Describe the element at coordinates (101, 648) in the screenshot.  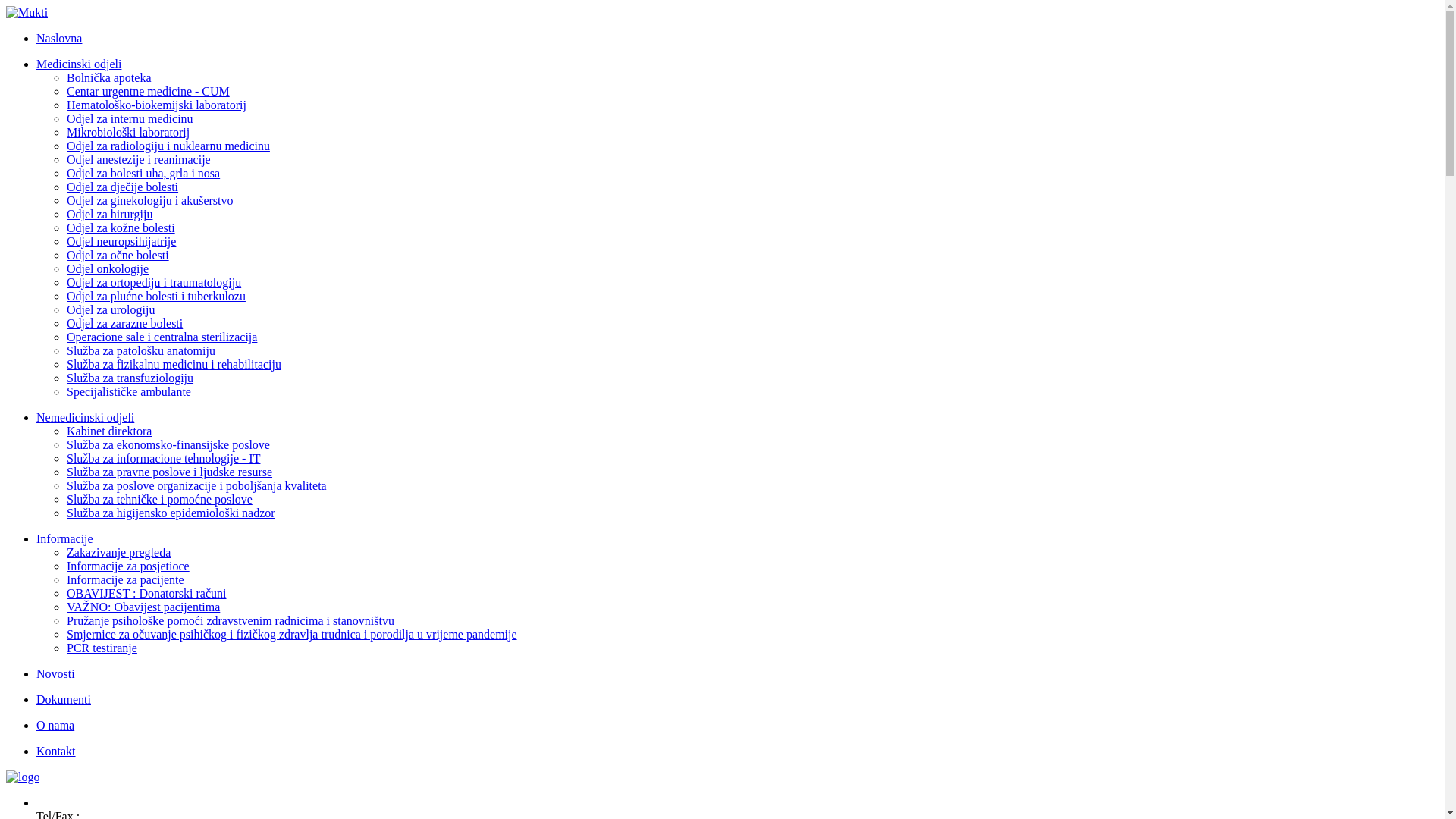
I see `'PCR testiranje'` at that location.